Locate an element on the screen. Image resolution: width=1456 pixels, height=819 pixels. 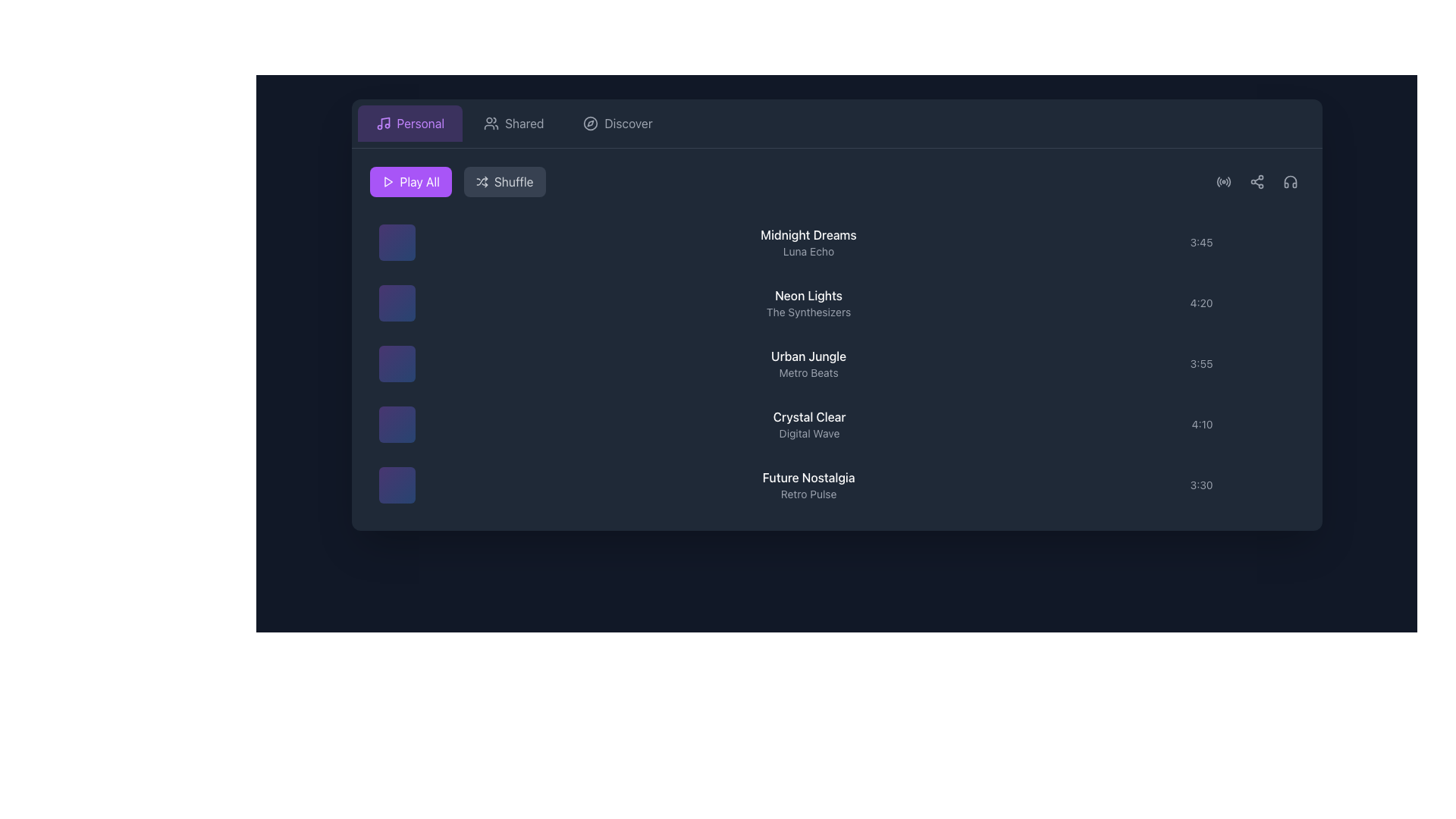
the sharing icon located in the top-right corner of the interface is located at coordinates (1257, 180).